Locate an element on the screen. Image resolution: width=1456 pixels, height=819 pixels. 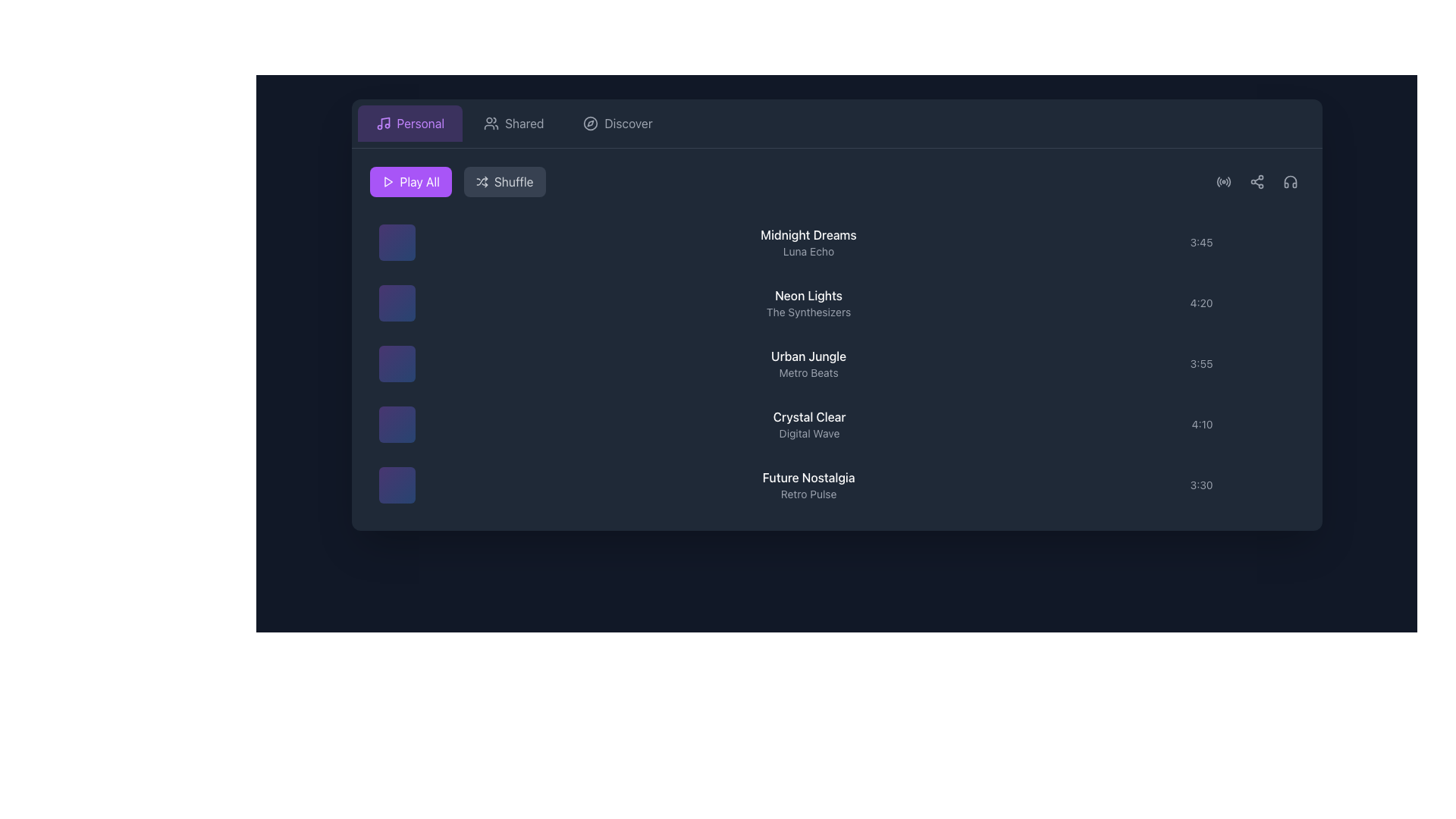
the sharing icon located in the top-right corner of the interface is located at coordinates (1257, 180).